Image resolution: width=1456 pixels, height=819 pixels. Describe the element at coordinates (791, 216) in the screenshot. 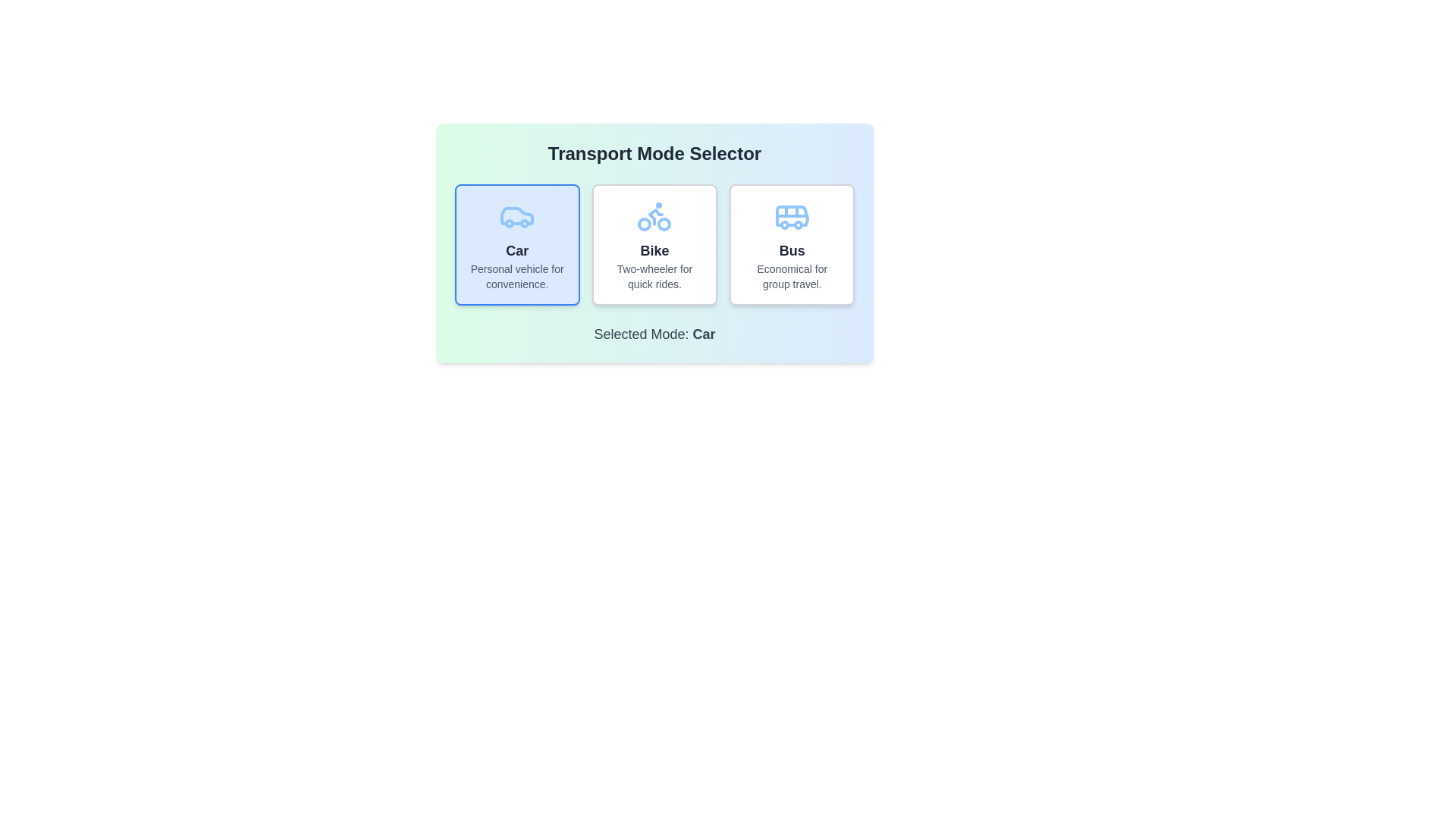

I see `the 'Bus' icon in the transport mode selection interface, which is centered at the top of the third option card labeled 'Bus'` at that location.